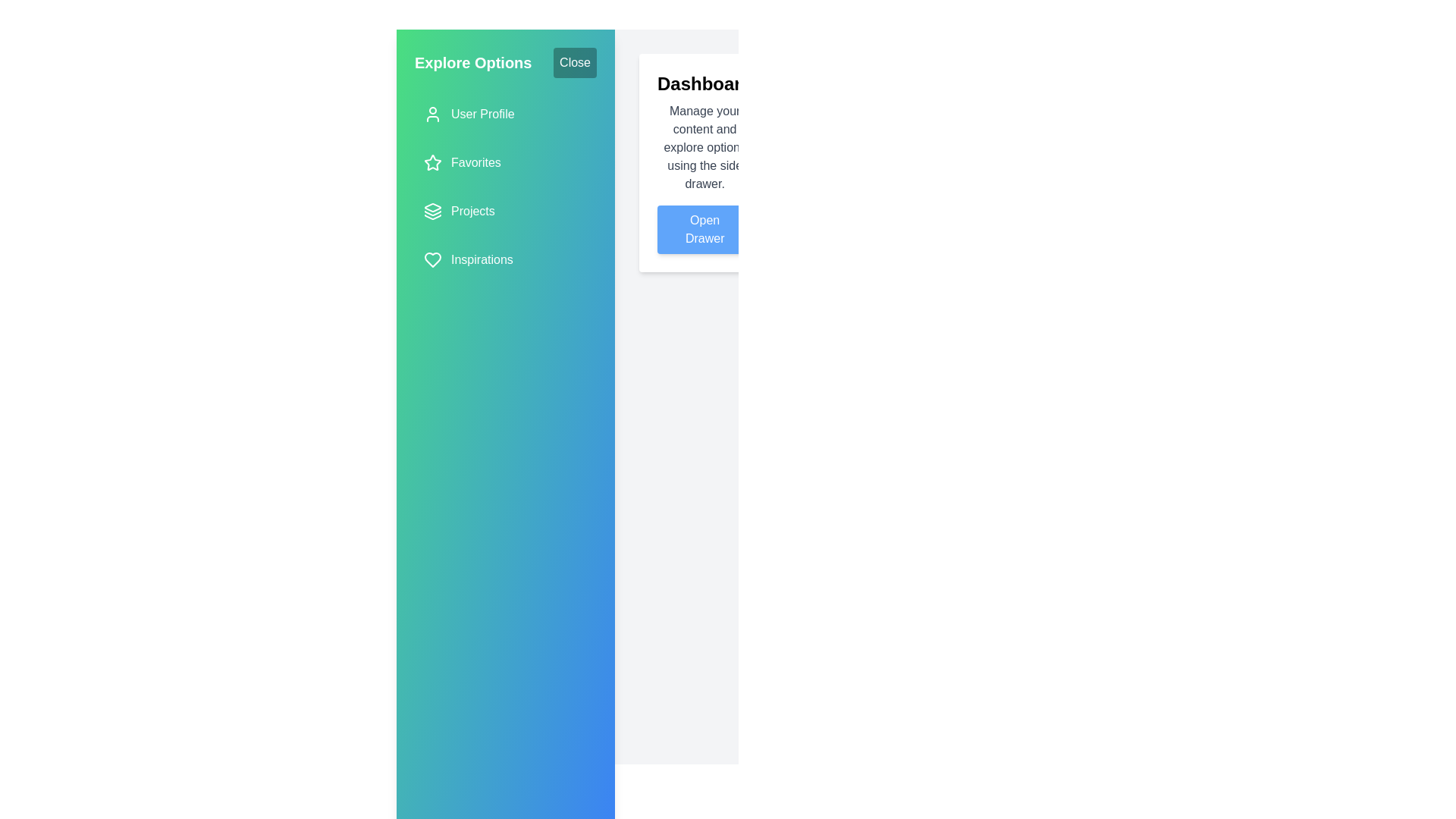 Image resolution: width=1456 pixels, height=819 pixels. Describe the element at coordinates (506, 163) in the screenshot. I see `the navigation item Favorites from the drawer` at that location.